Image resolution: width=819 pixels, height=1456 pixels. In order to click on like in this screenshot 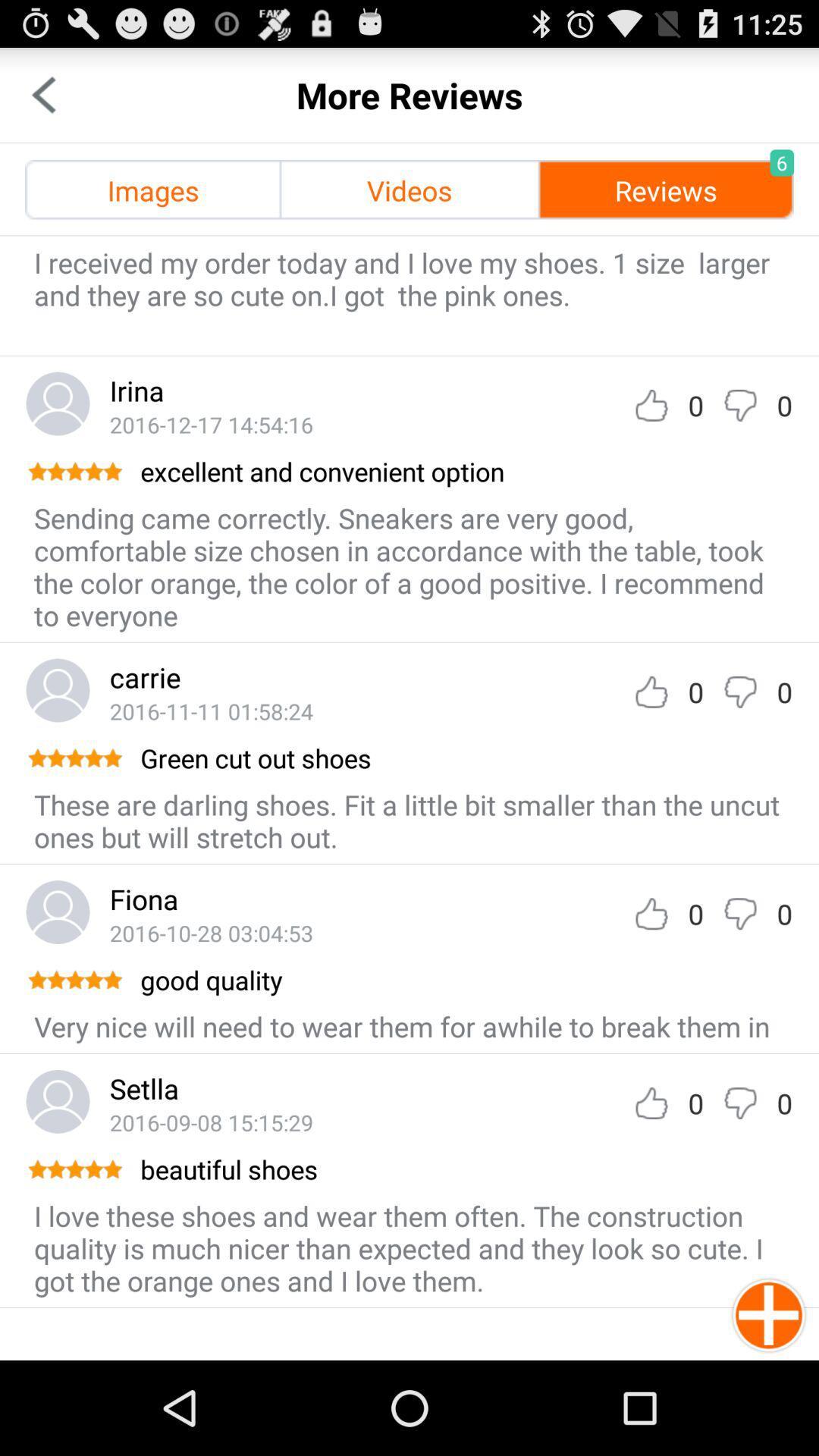, I will do `click(651, 913)`.